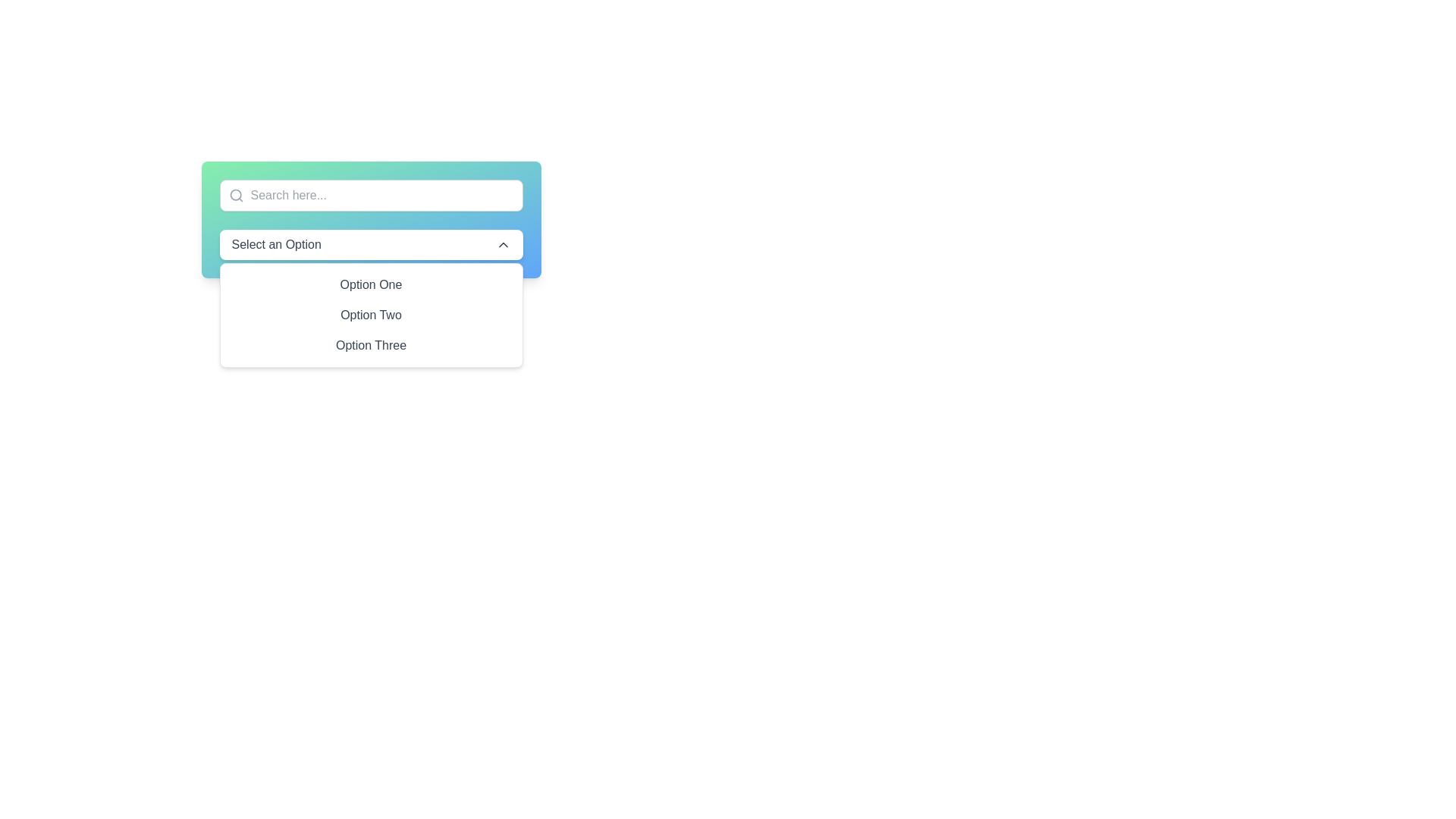 The height and width of the screenshot is (819, 1456). Describe the element at coordinates (371, 315) in the screenshot. I see `the dropdown menu located directly below the 'Select an Option' button` at that location.